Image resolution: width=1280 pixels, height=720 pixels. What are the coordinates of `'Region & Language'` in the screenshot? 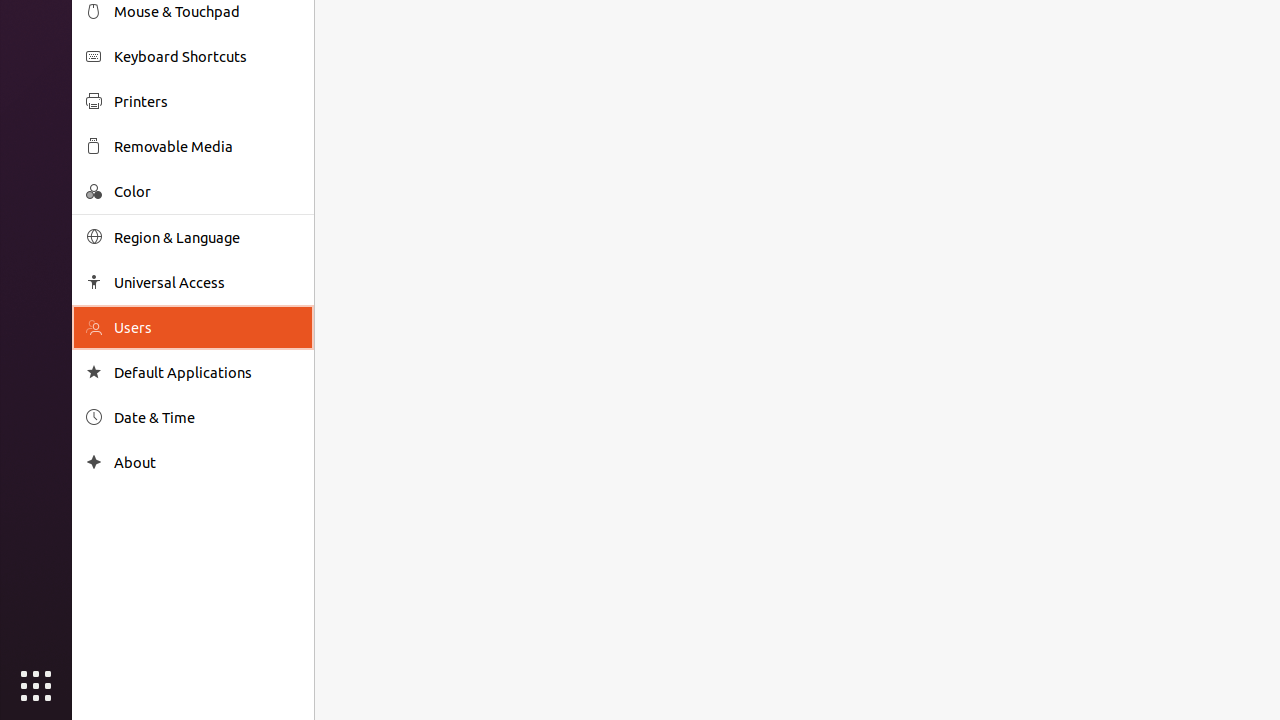 It's located at (206, 236).